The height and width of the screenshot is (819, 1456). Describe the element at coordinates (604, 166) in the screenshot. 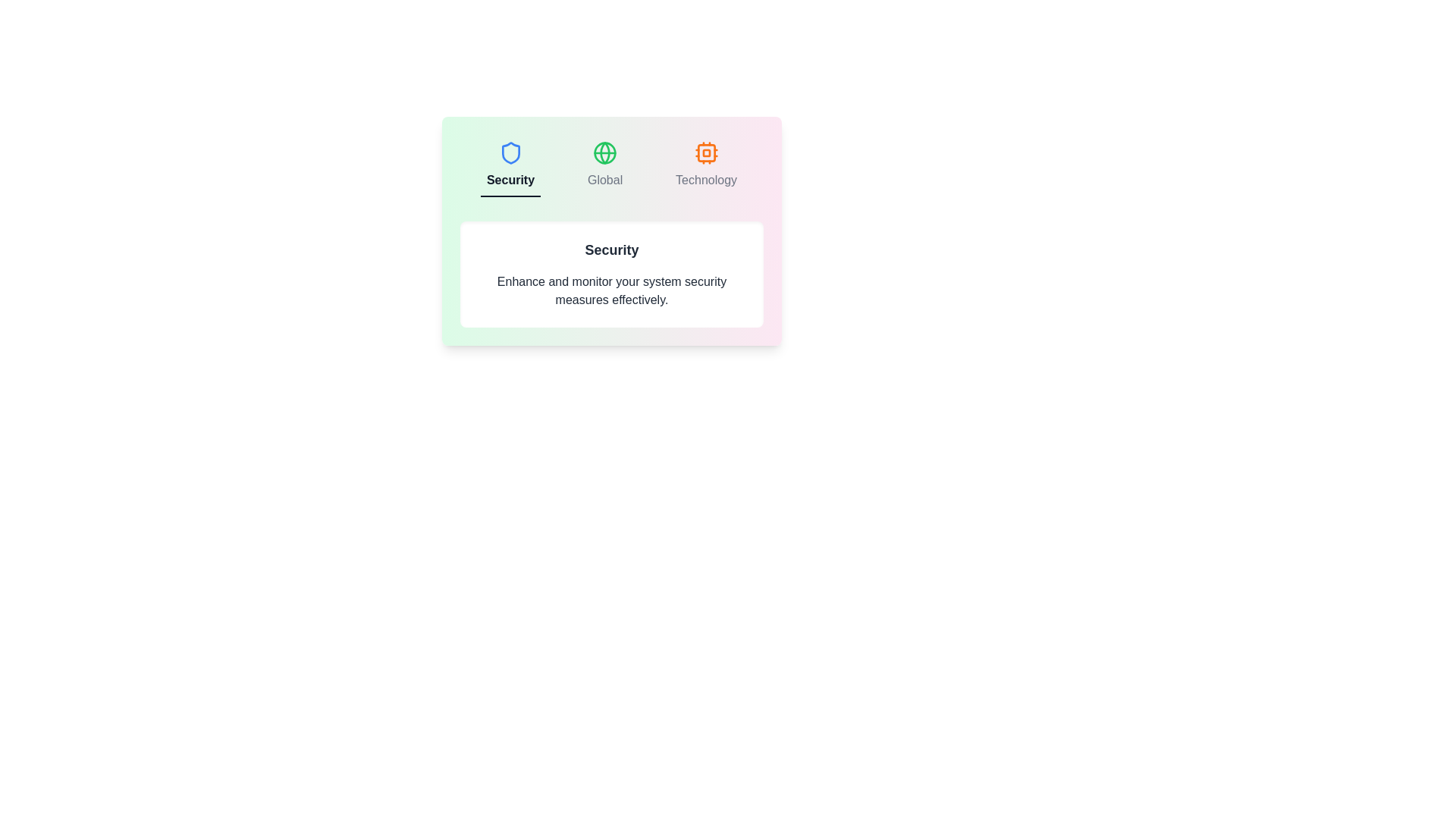

I see `the Global tab` at that location.